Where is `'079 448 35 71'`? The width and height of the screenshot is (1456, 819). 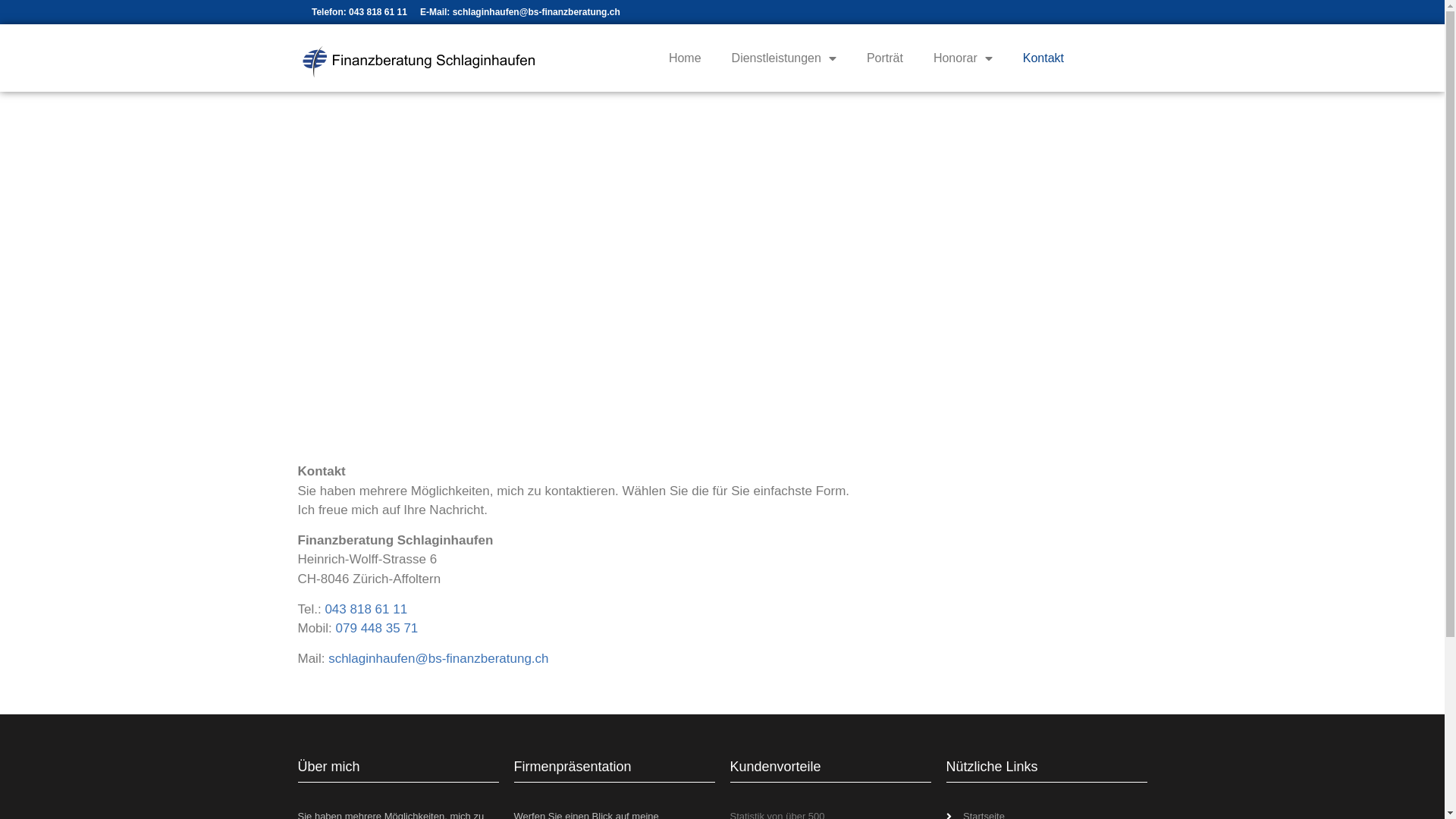
'079 448 35 71' is located at coordinates (377, 628).